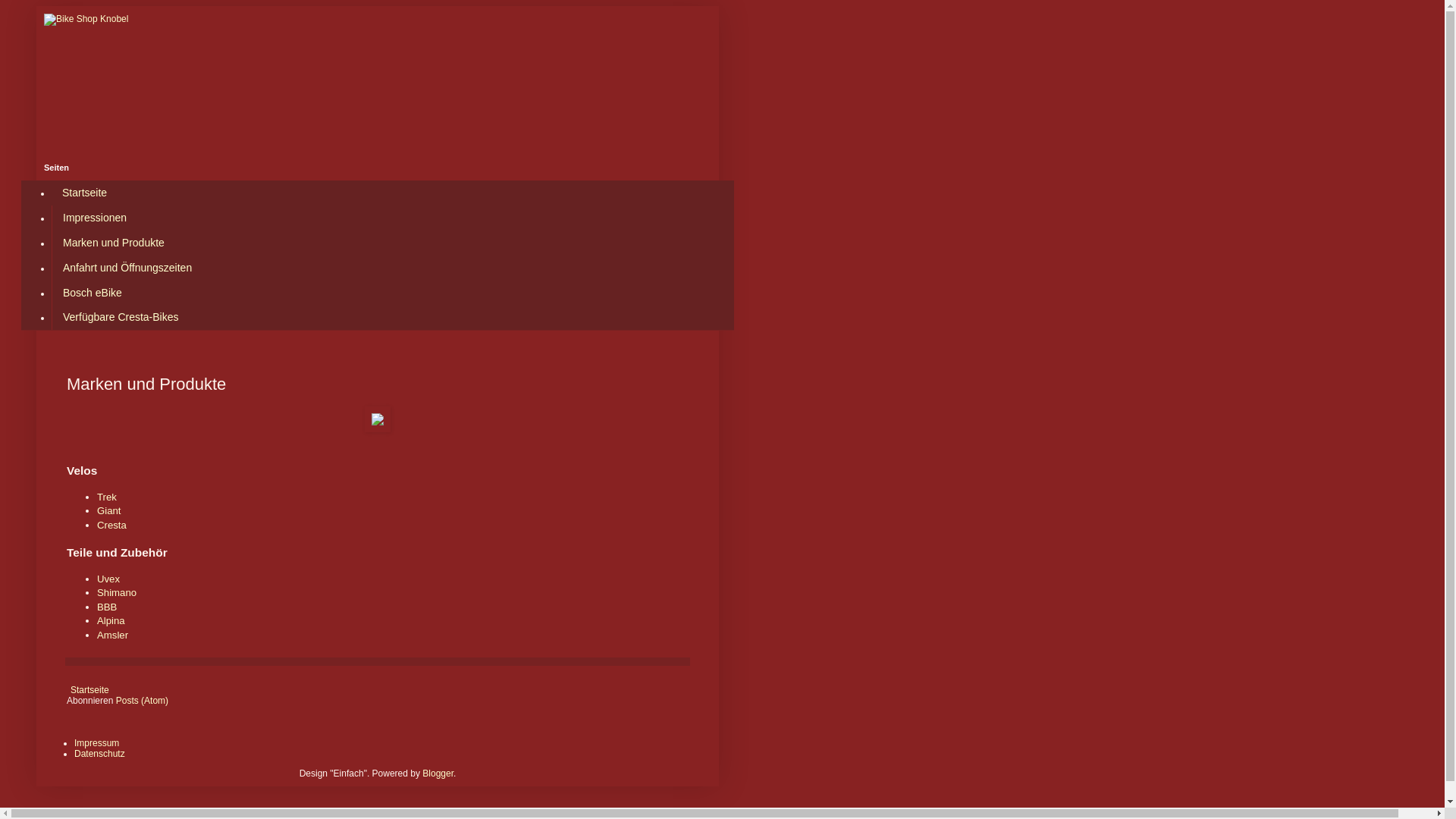 The height and width of the screenshot is (819, 1456). Describe the element at coordinates (89, 690) in the screenshot. I see `'Startseite'` at that location.